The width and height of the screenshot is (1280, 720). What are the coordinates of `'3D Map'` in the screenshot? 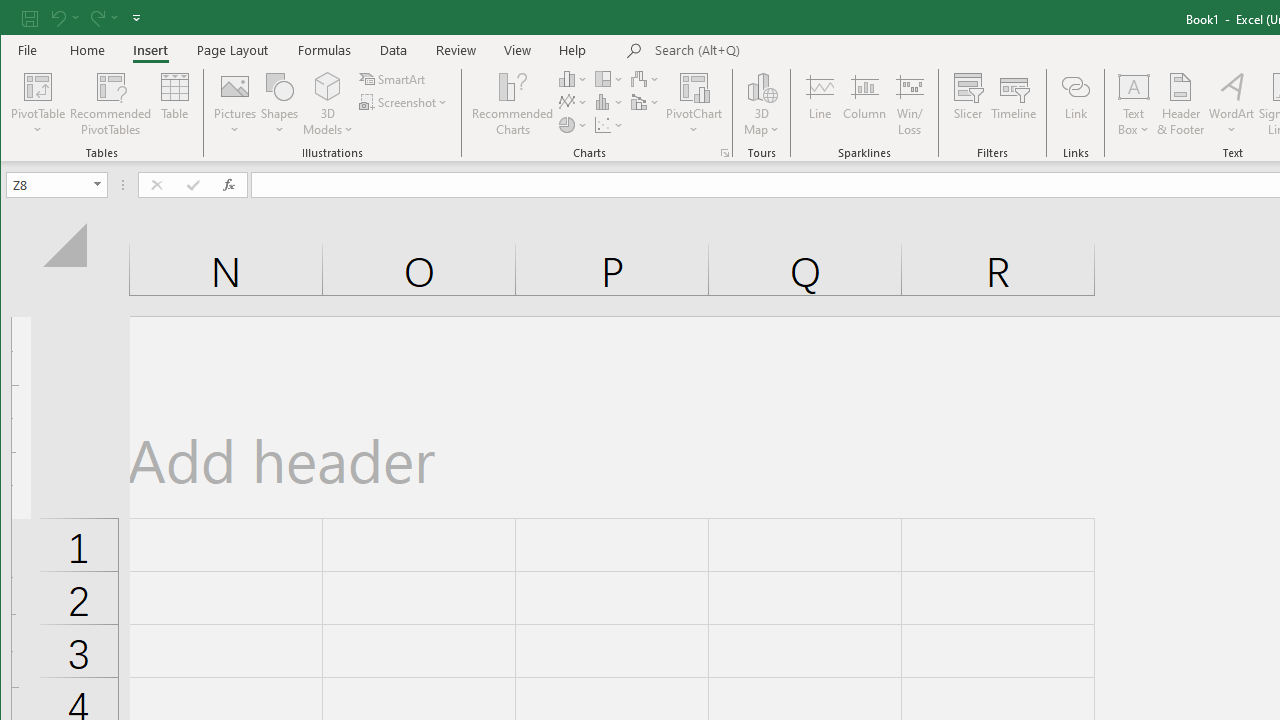 It's located at (761, 85).